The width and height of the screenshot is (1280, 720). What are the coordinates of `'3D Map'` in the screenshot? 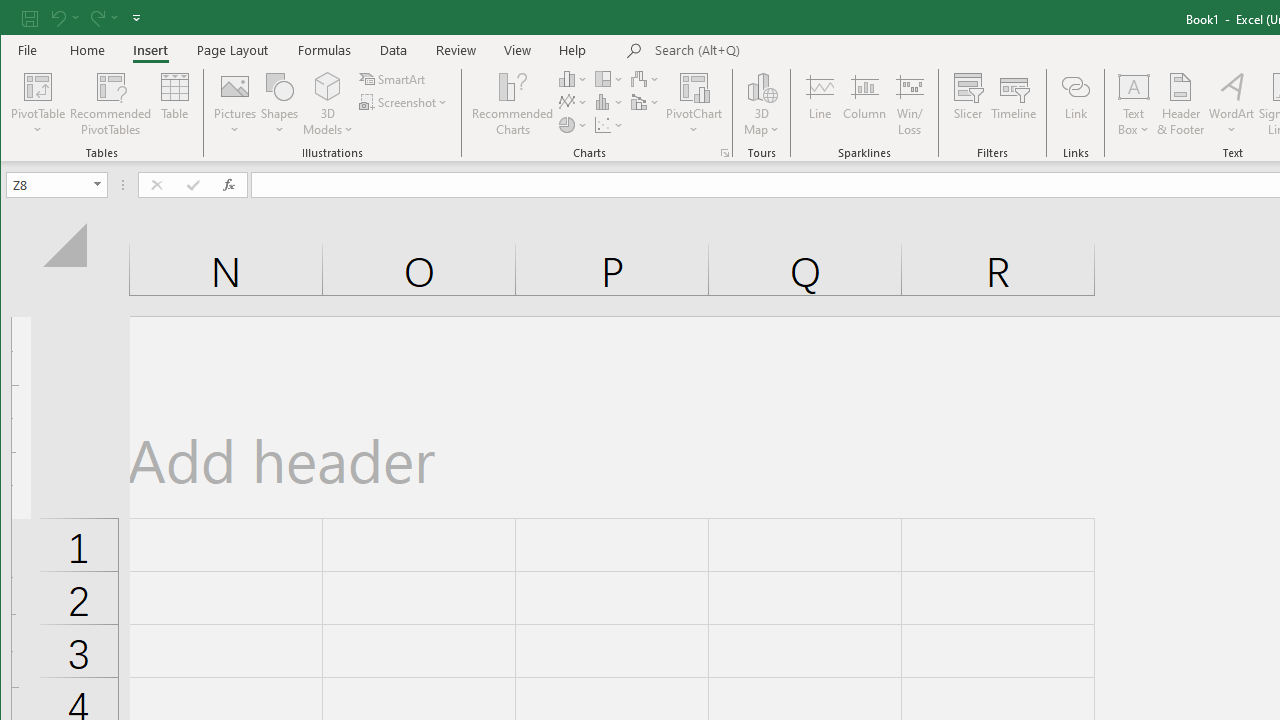 It's located at (761, 85).